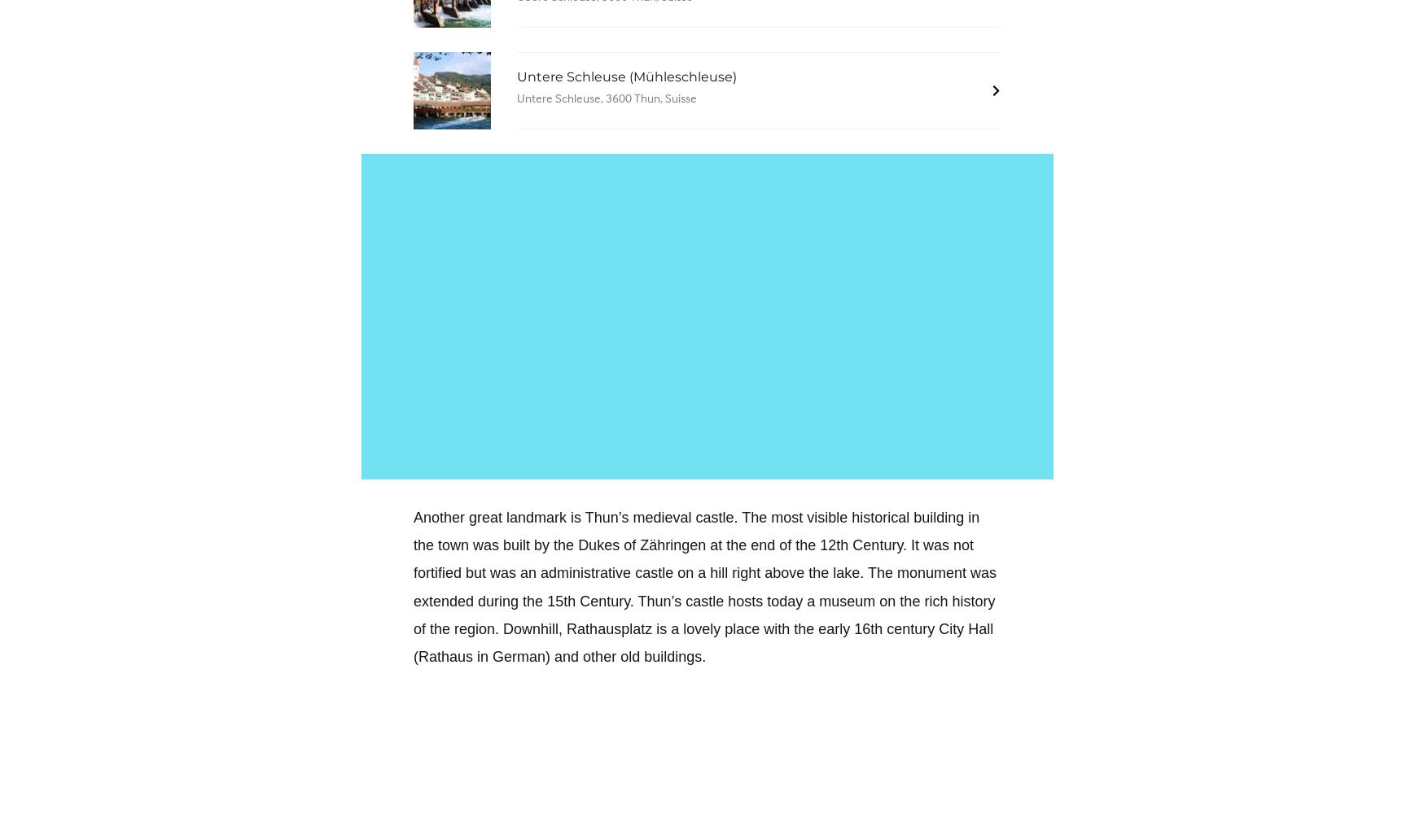 This screenshot has width=1415, height=840. What do you see at coordinates (705, 585) in the screenshot?
I see `'at the end of the 12th Century. It was not fortified but was an administrative castle on a hill right above the lake. The monument was extended during the 15th Century. Thun’s castle hosts today a museum on the rich history of the region.'` at bounding box center [705, 585].